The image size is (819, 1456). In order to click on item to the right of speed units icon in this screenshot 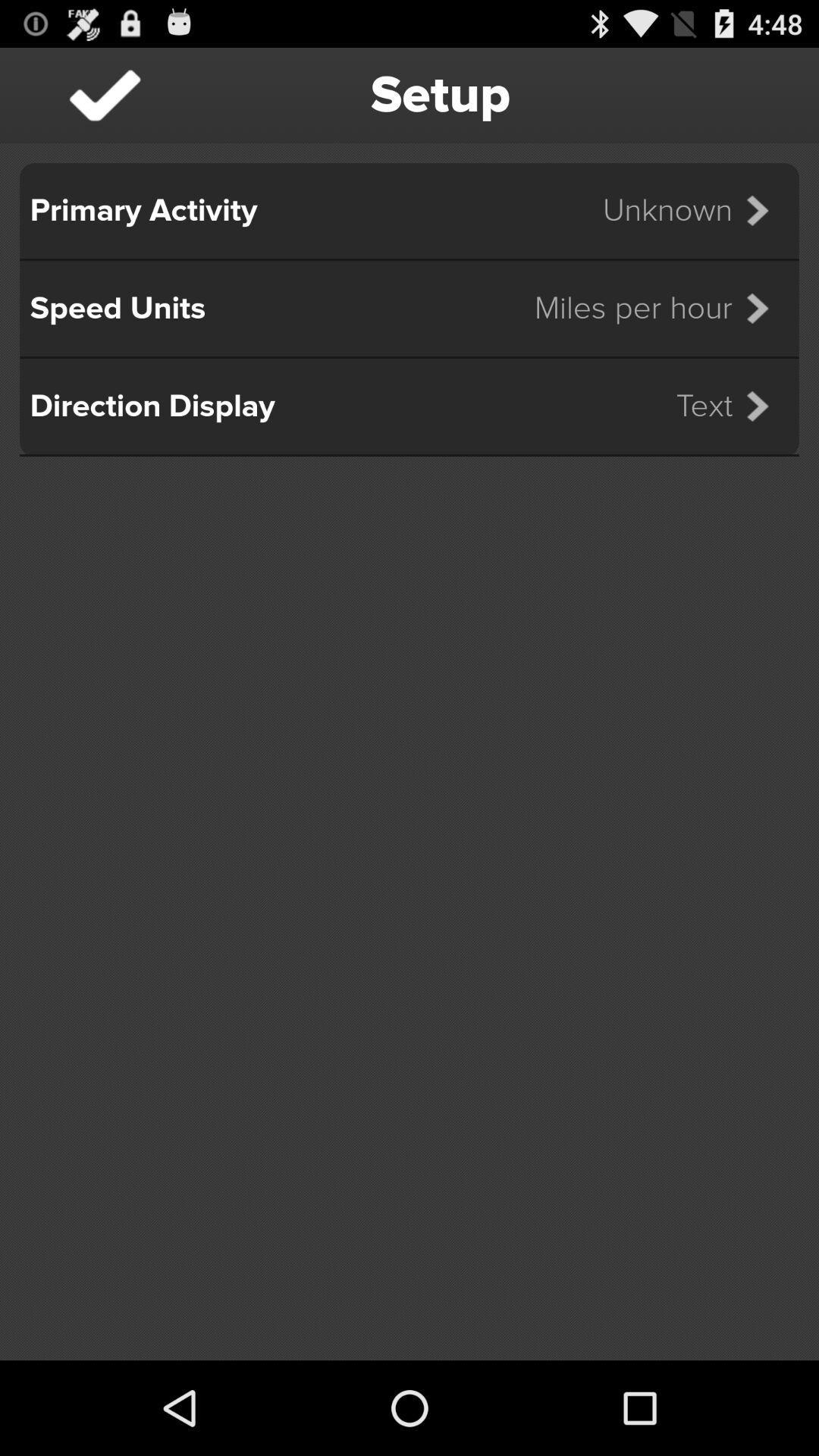, I will do `click(661, 308)`.